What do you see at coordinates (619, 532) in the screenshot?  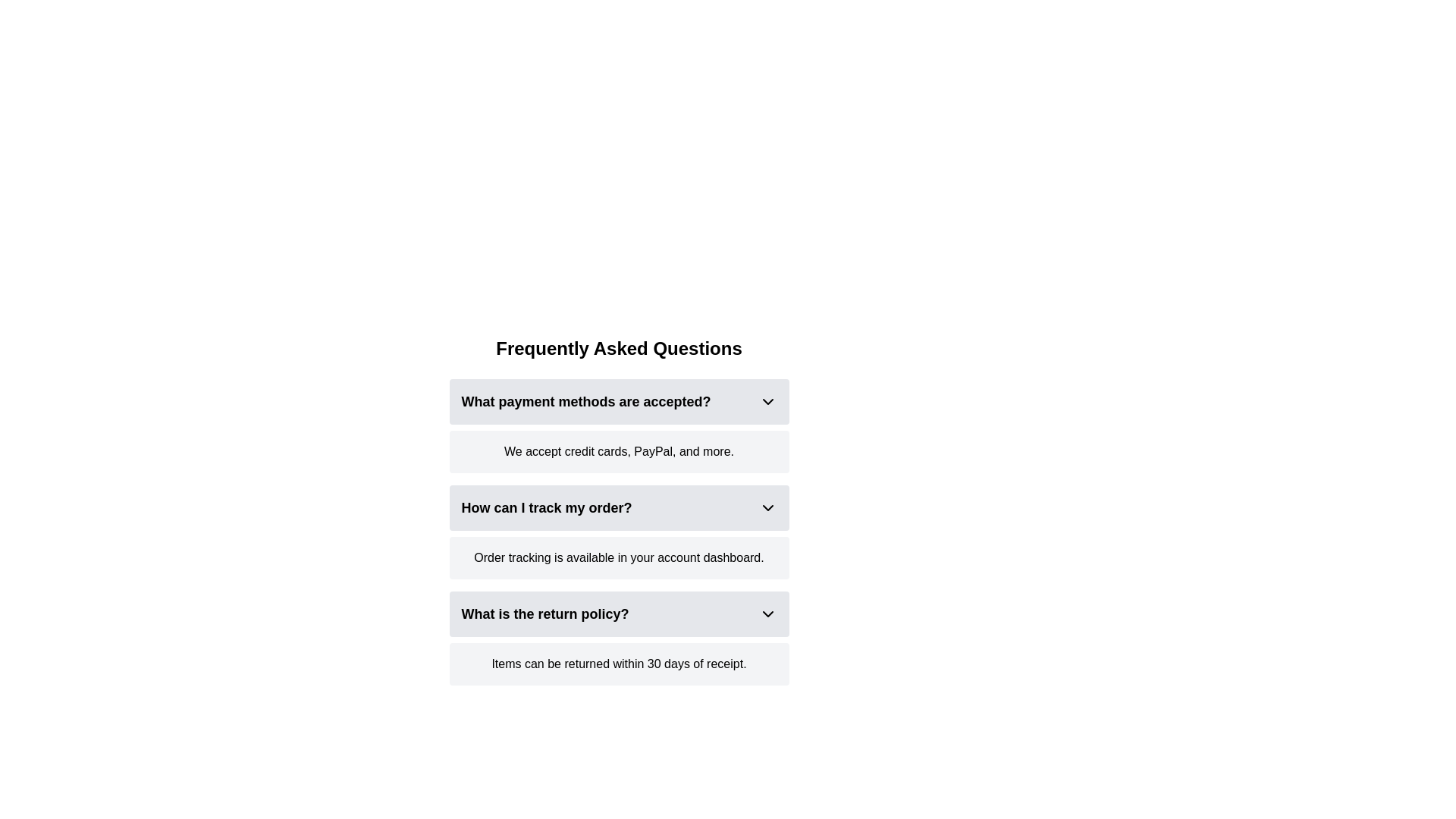 I see `the collapsible FAQ item titled 'How can I track my order?'` at bounding box center [619, 532].